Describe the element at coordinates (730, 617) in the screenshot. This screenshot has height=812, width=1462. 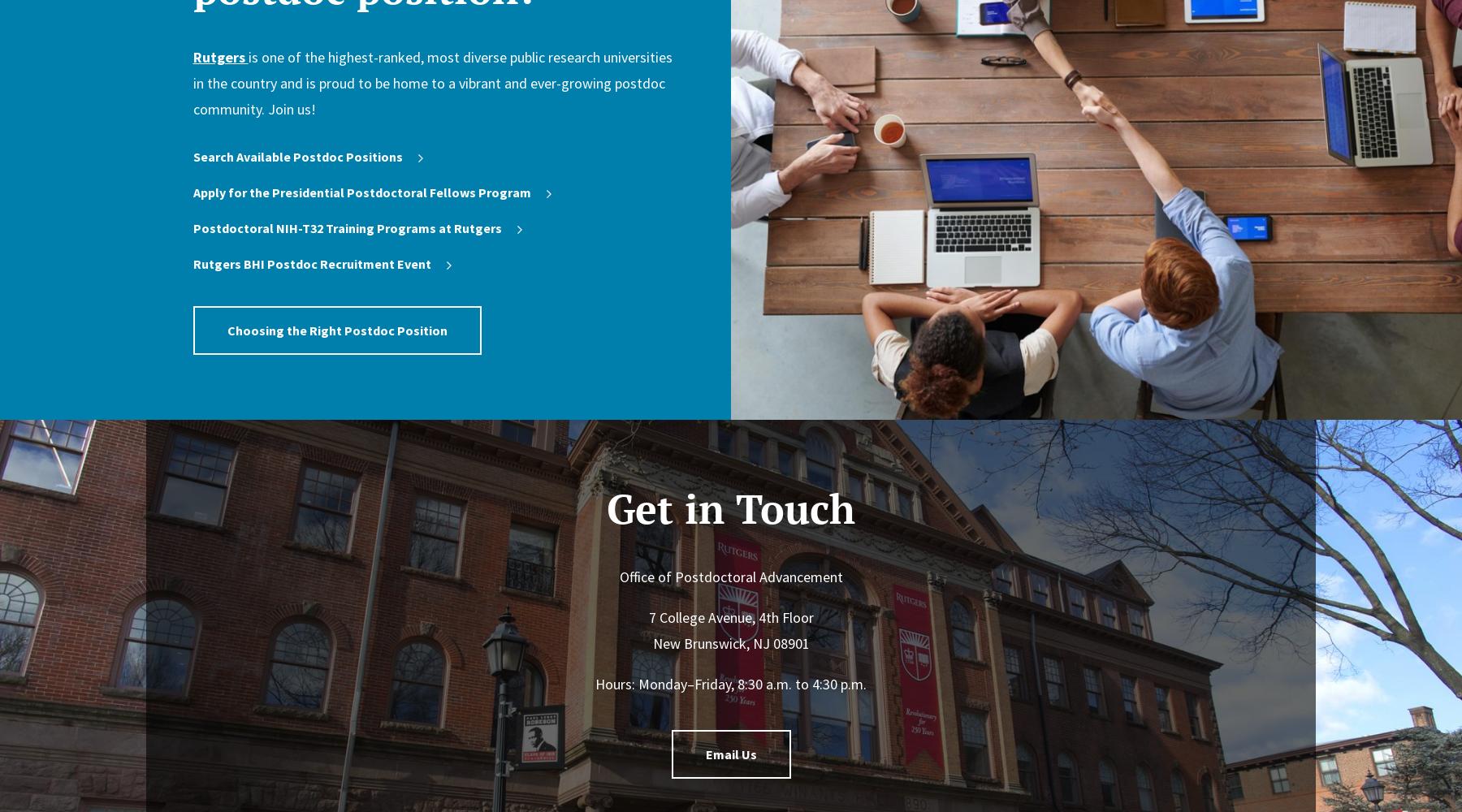
I see `'7 College Avenue, 4th Floor'` at that location.